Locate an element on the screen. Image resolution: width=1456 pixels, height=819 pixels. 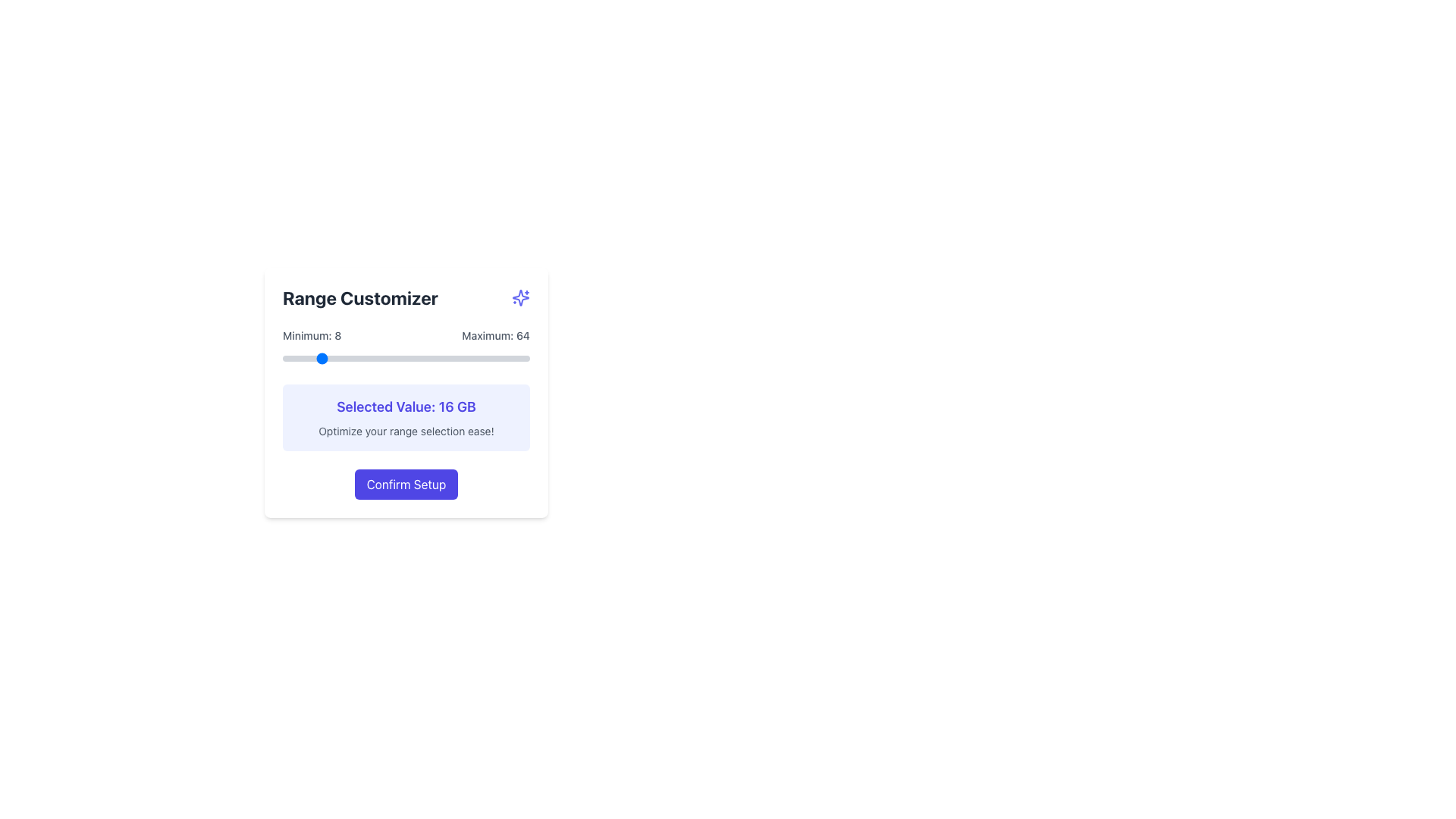
the text label displaying 'Selected Value: 16 GB' prominently in large, bold, indigo-colored font is located at coordinates (406, 406).